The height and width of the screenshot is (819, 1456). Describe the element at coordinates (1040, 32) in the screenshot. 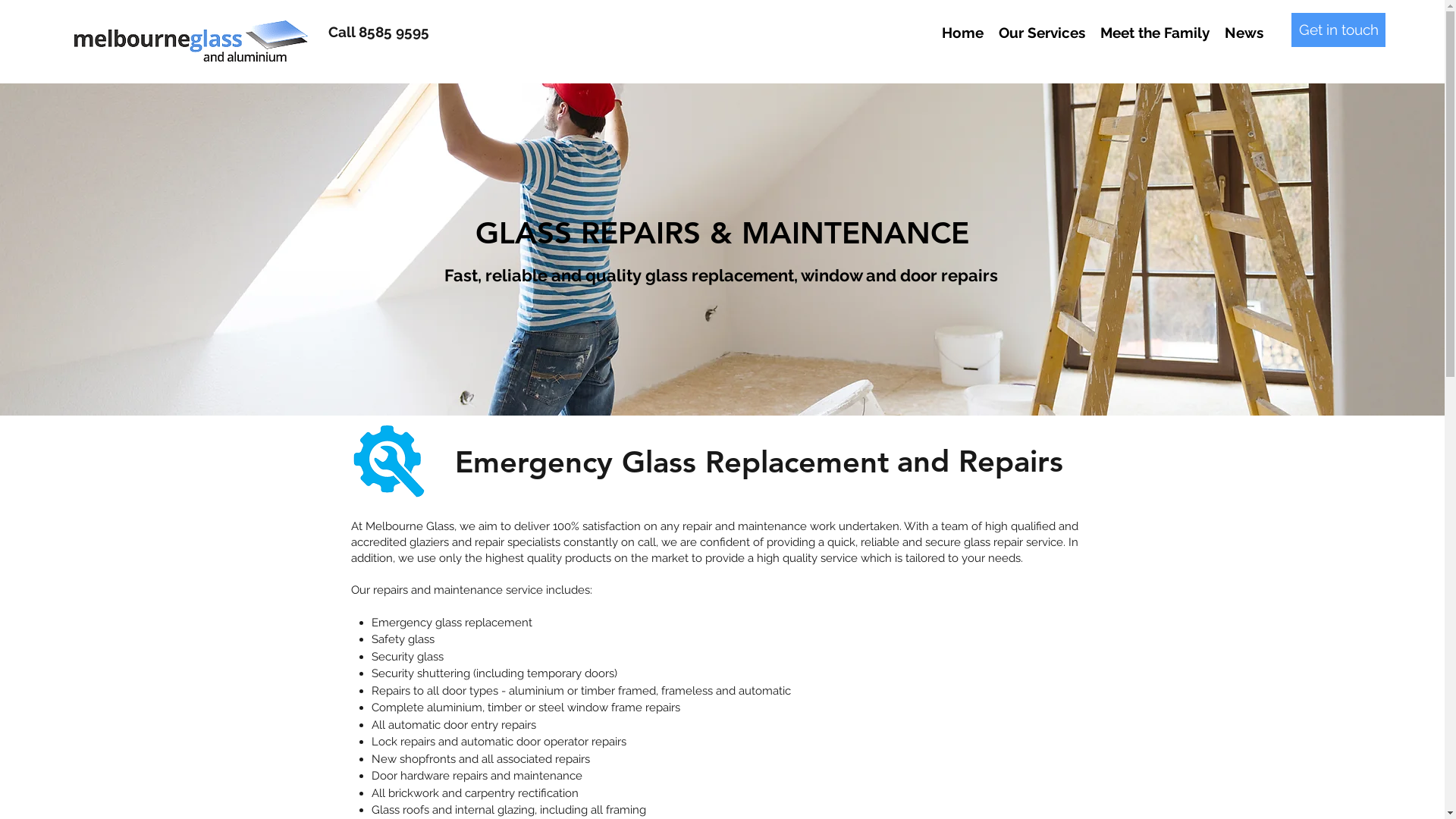

I see `'Our Services'` at that location.